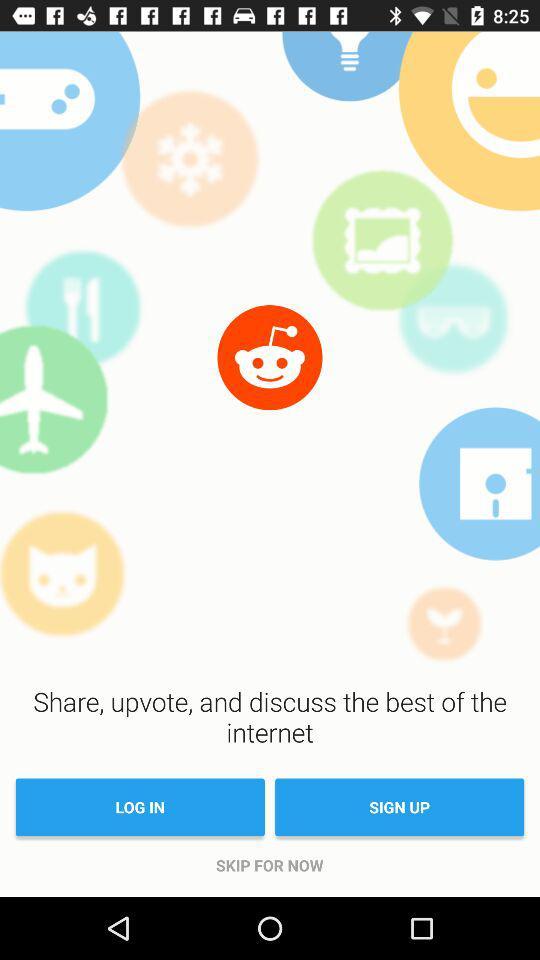 Image resolution: width=540 pixels, height=960 pixels. What do you see at coordinates (139, 807) in the screenshot?
I see `the item to the left of the sign up` at bounding box center [139, 807].